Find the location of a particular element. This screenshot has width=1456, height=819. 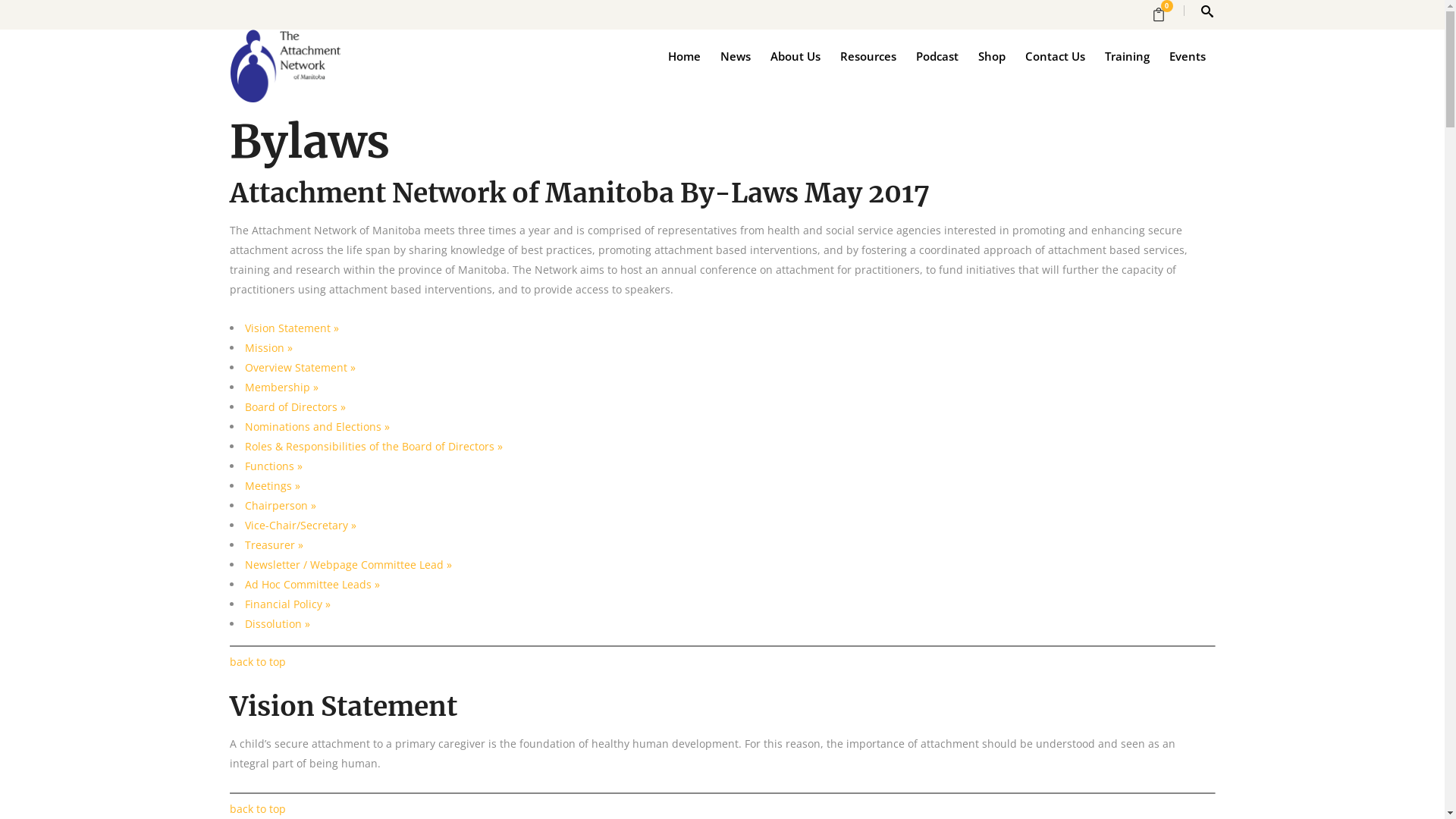

'Contact Us' is located at coordinates (1053, 55).